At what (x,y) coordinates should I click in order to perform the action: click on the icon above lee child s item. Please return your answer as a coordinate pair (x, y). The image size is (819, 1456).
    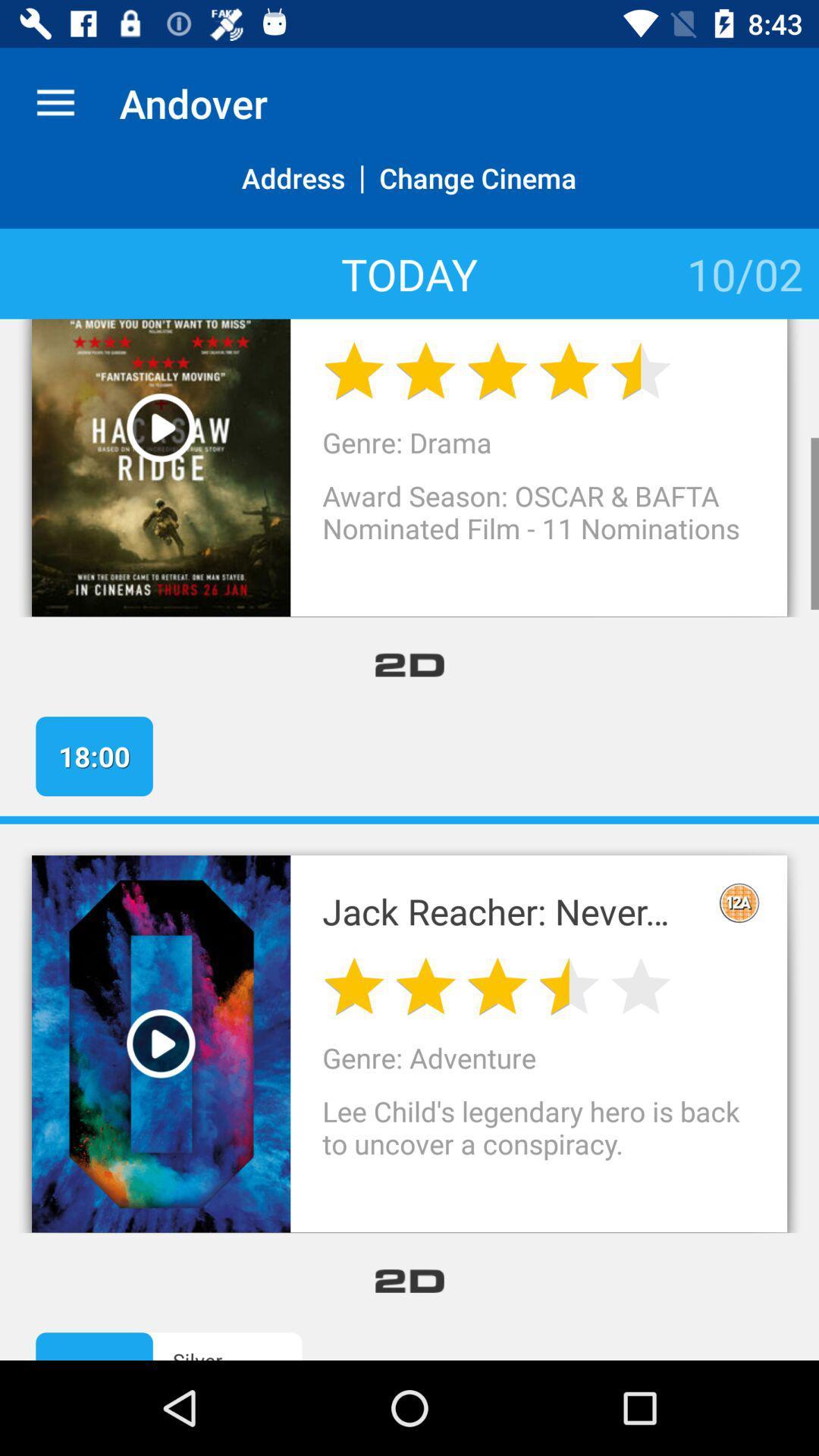
    Looking at the image, I should click on (739, 902).